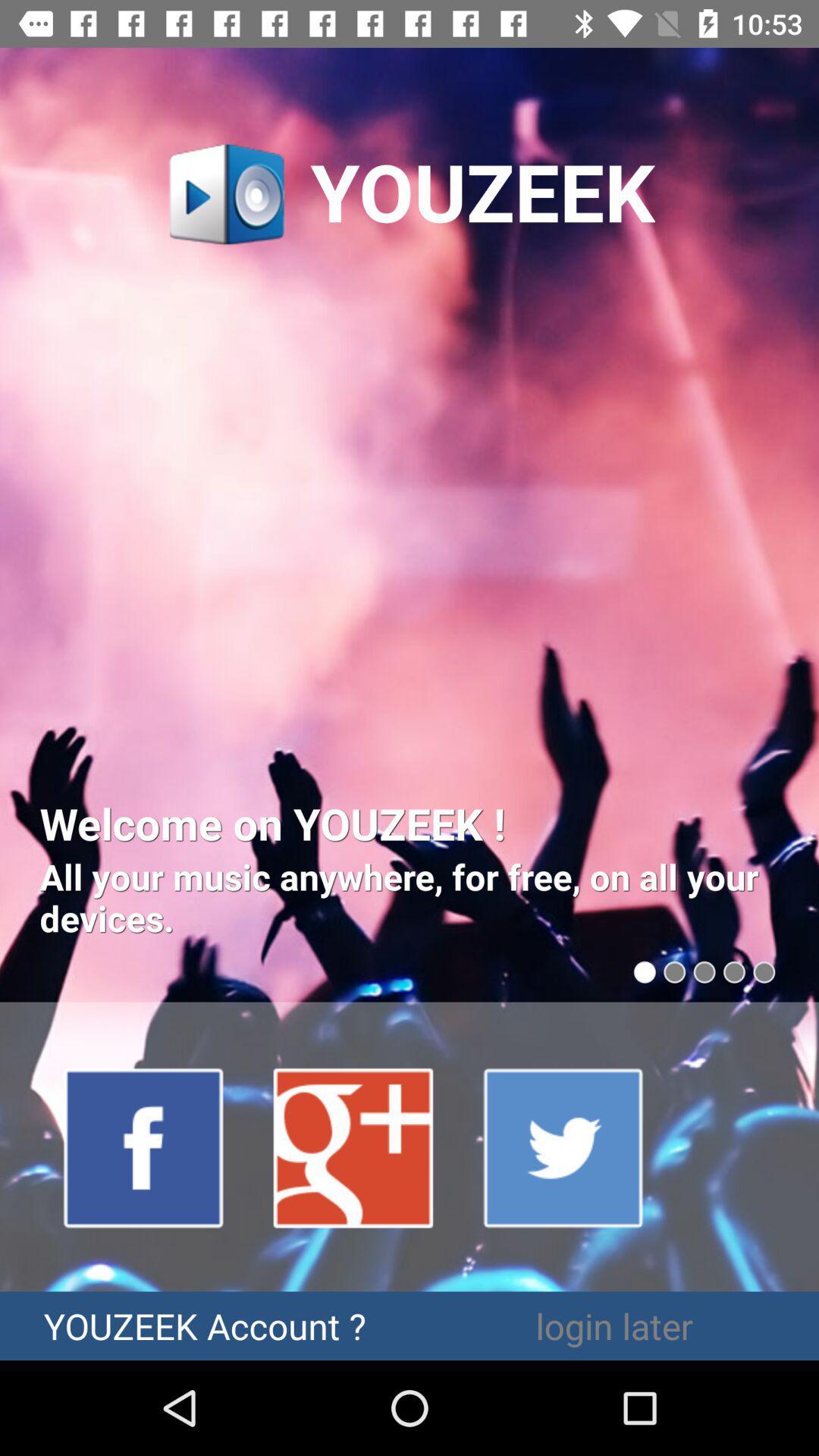  Describe the element at coordinates (144, 1147) in the screenshot. I see `switch facebook` at that location.